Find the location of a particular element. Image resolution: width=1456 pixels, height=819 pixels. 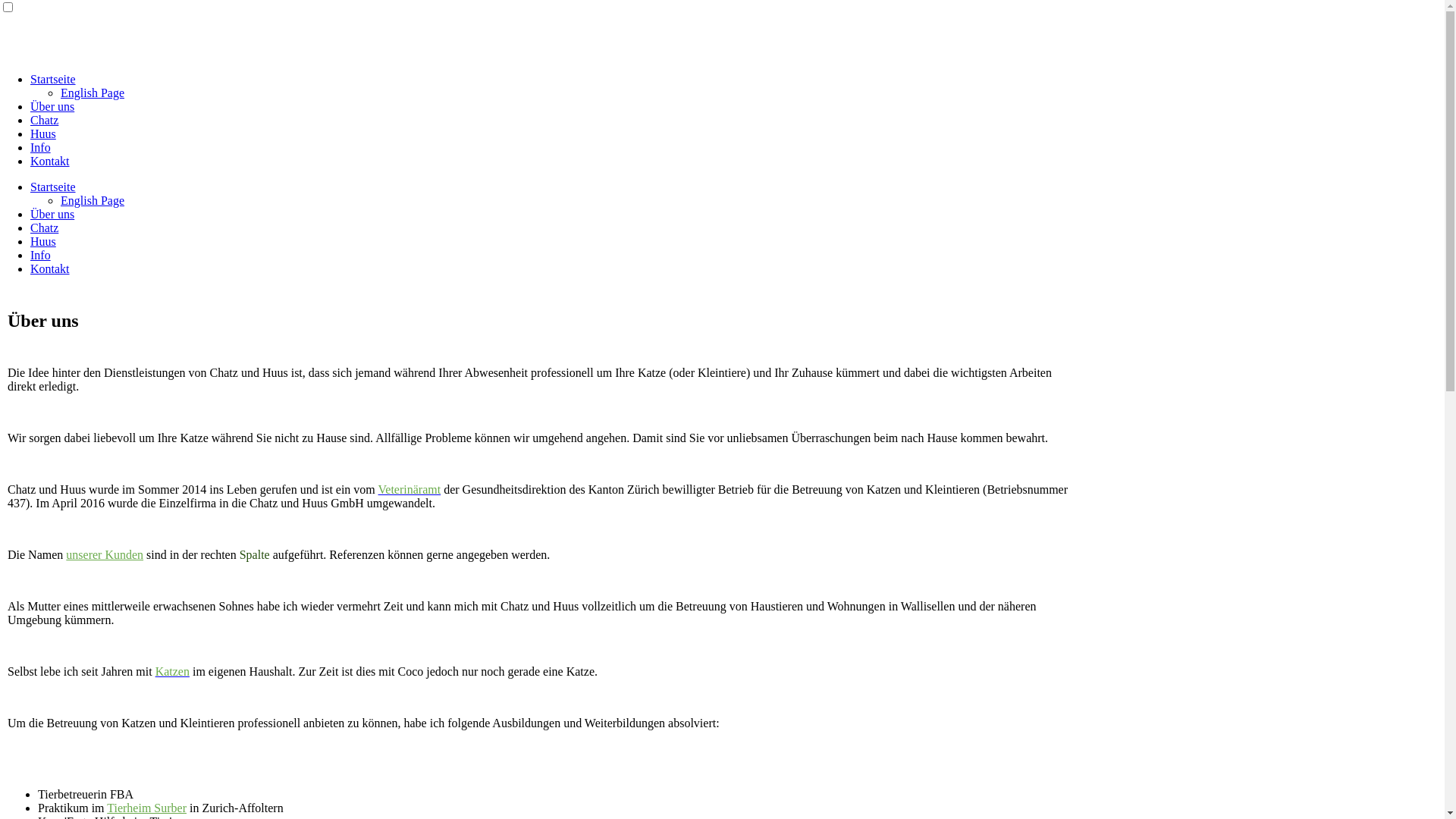

'Startseite' is located at coordinates (30, 79).